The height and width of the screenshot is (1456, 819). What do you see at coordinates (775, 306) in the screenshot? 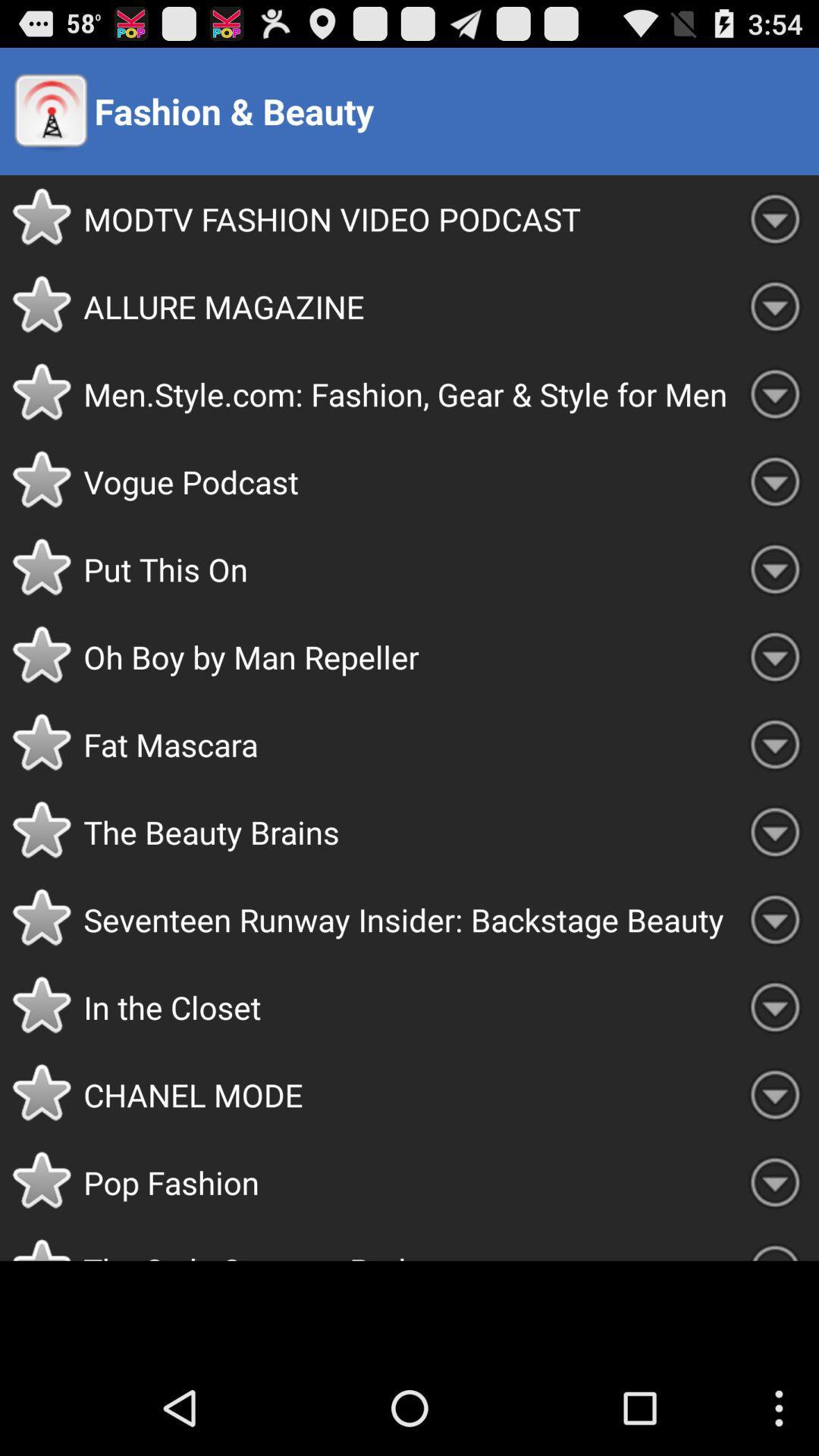
I see `the second arrow symbol from top` at bounding box center [775, 306].